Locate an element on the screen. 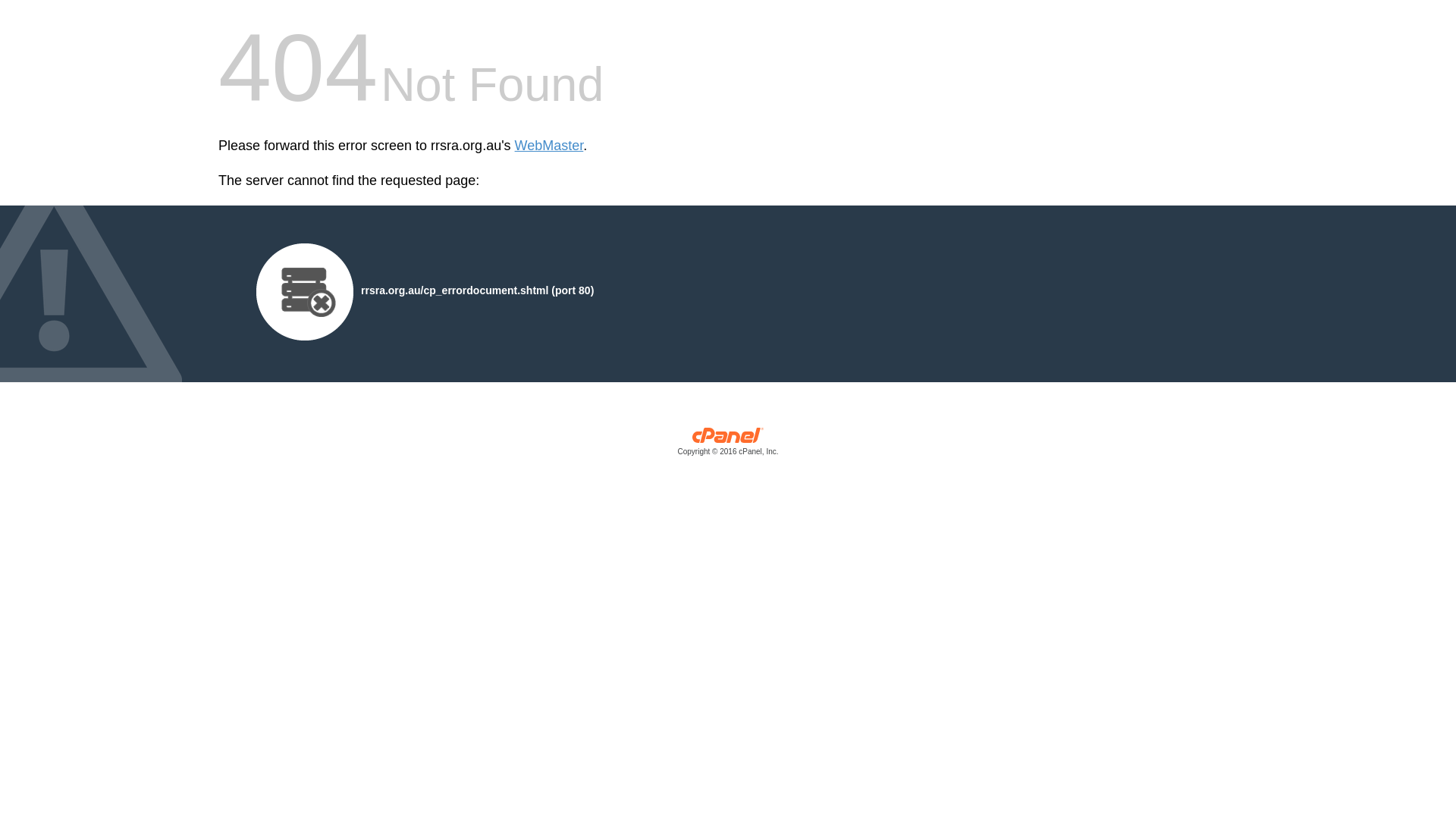 The width and height of the screenshot is (1456, 819). 'WebMaster' is located at coordinates (548, 146).